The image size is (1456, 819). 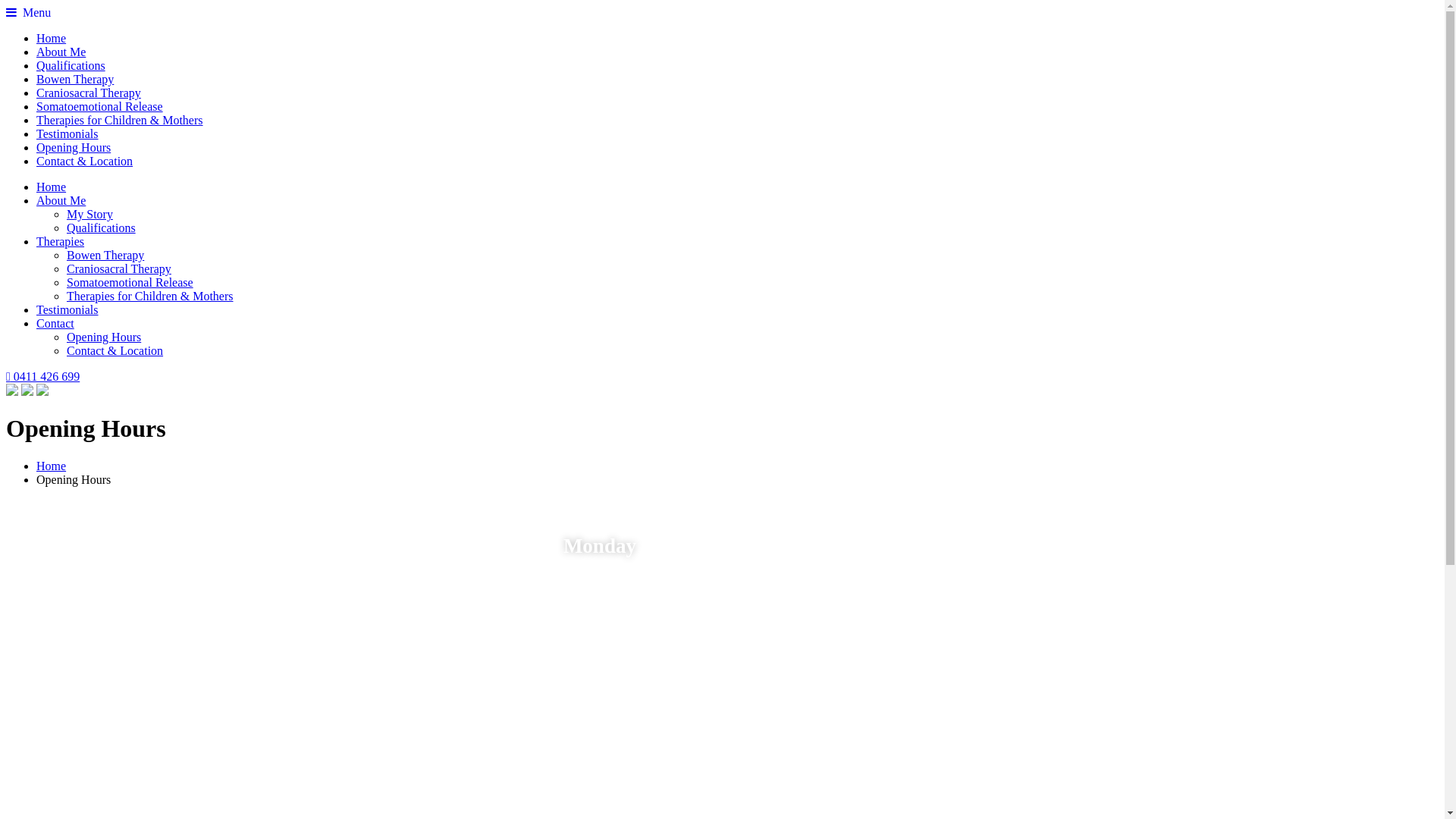 I want to click on 'Home', so click(x=51, y=37).